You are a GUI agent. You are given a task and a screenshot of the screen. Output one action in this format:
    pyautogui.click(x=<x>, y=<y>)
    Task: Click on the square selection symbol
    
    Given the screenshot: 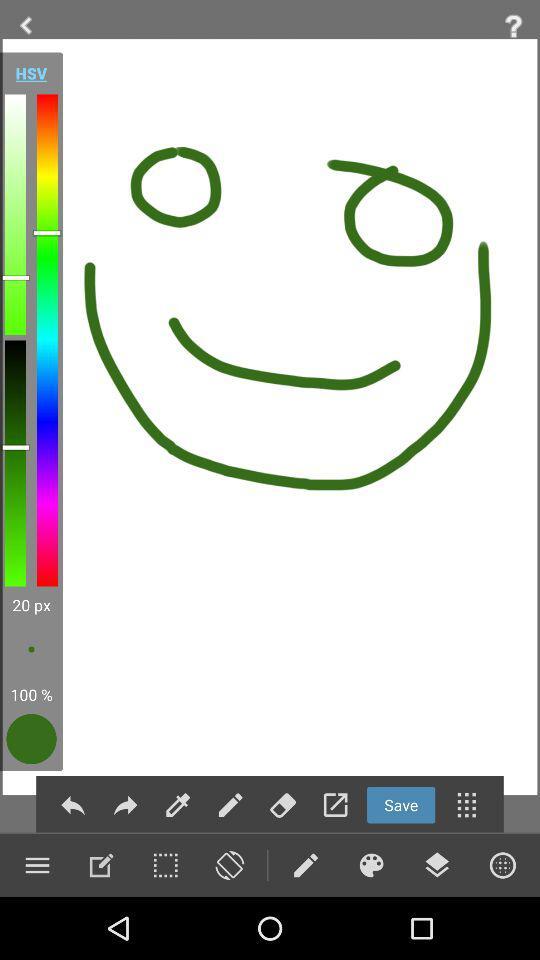 What is the action you would take?
    pyautogui.click(x=164, y=864)
    